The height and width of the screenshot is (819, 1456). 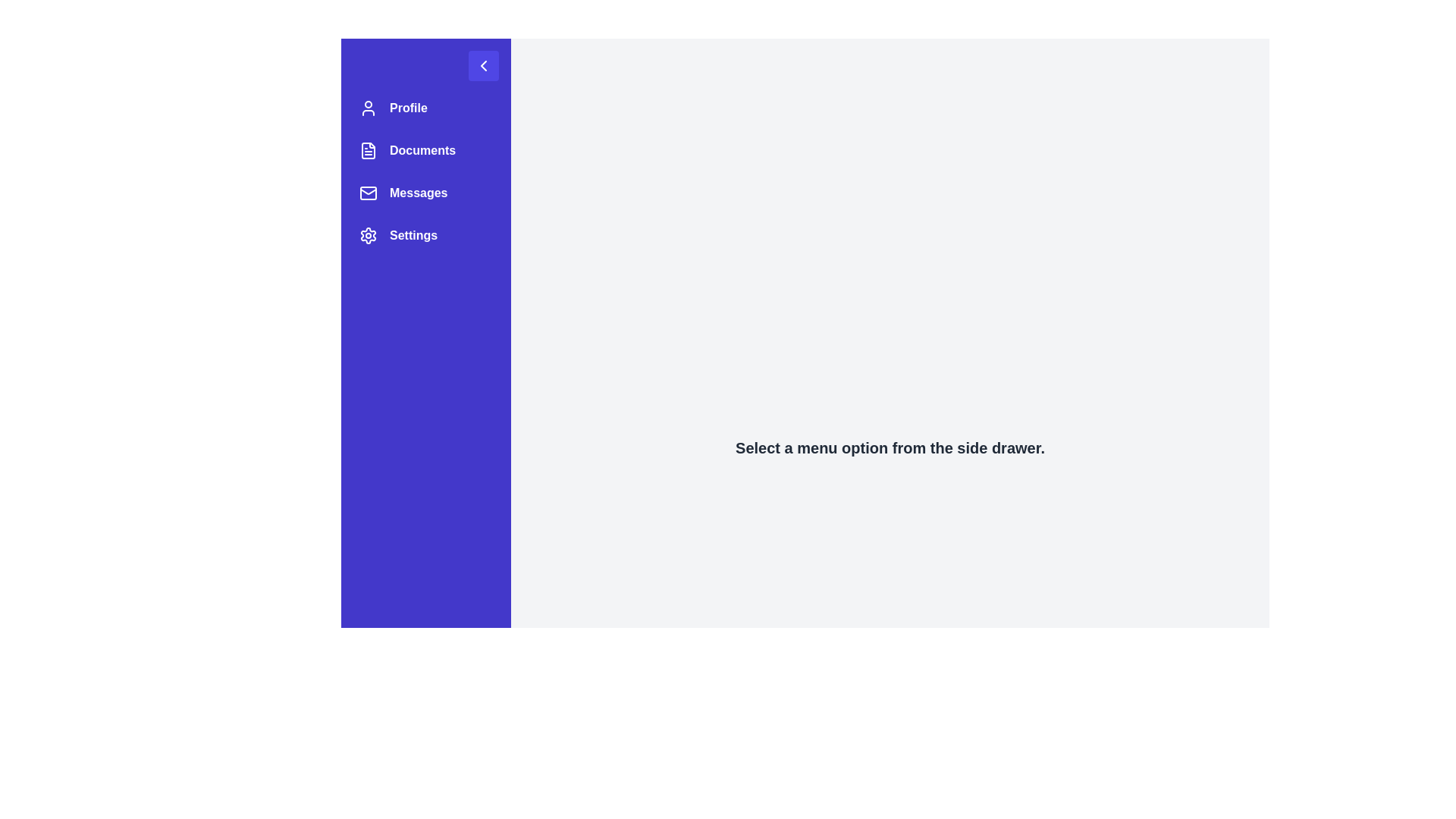 What do you see at coordinates (483, 65) in the screenshot?
I see `the left-facing arrow icon button located in the top-left portion of the interface within the purple sidebar` at bounding box center [483, 65].